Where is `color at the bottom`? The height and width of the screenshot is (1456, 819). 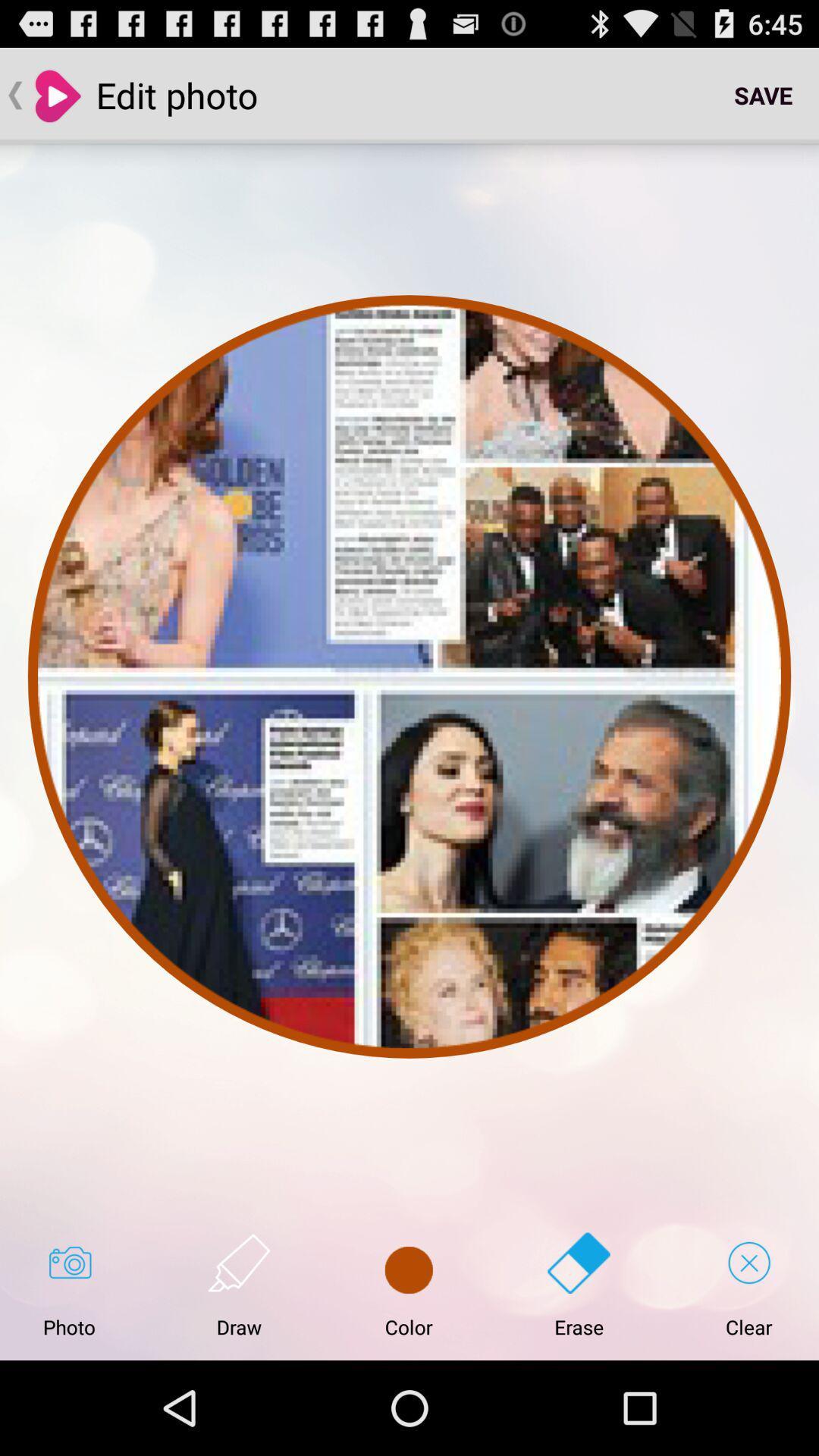 color at the bottom is located at coordinates (408, 1285).